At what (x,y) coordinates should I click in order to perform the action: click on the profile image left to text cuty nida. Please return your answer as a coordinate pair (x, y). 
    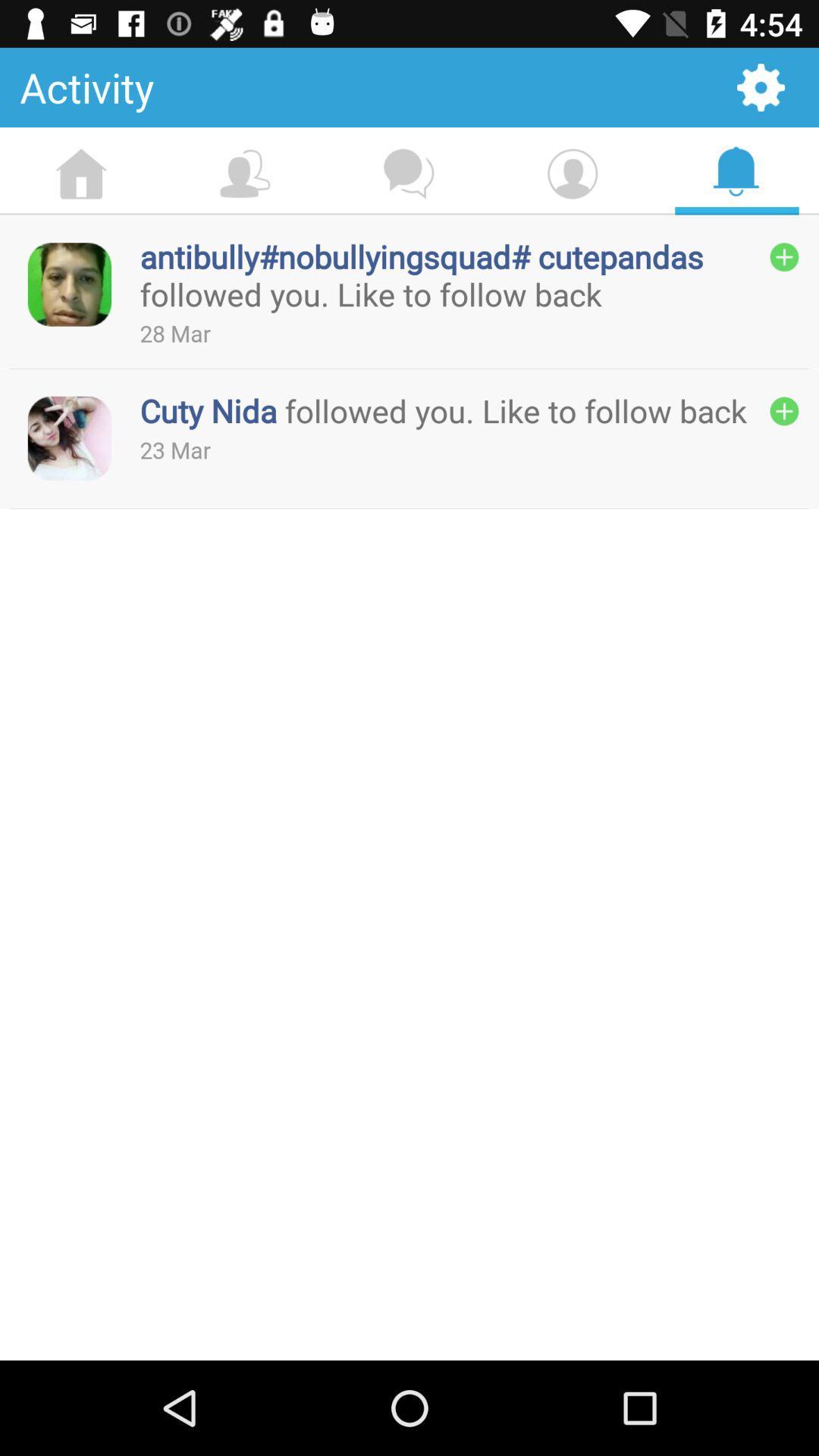
    Looking at the image, I should click on (70, 438).